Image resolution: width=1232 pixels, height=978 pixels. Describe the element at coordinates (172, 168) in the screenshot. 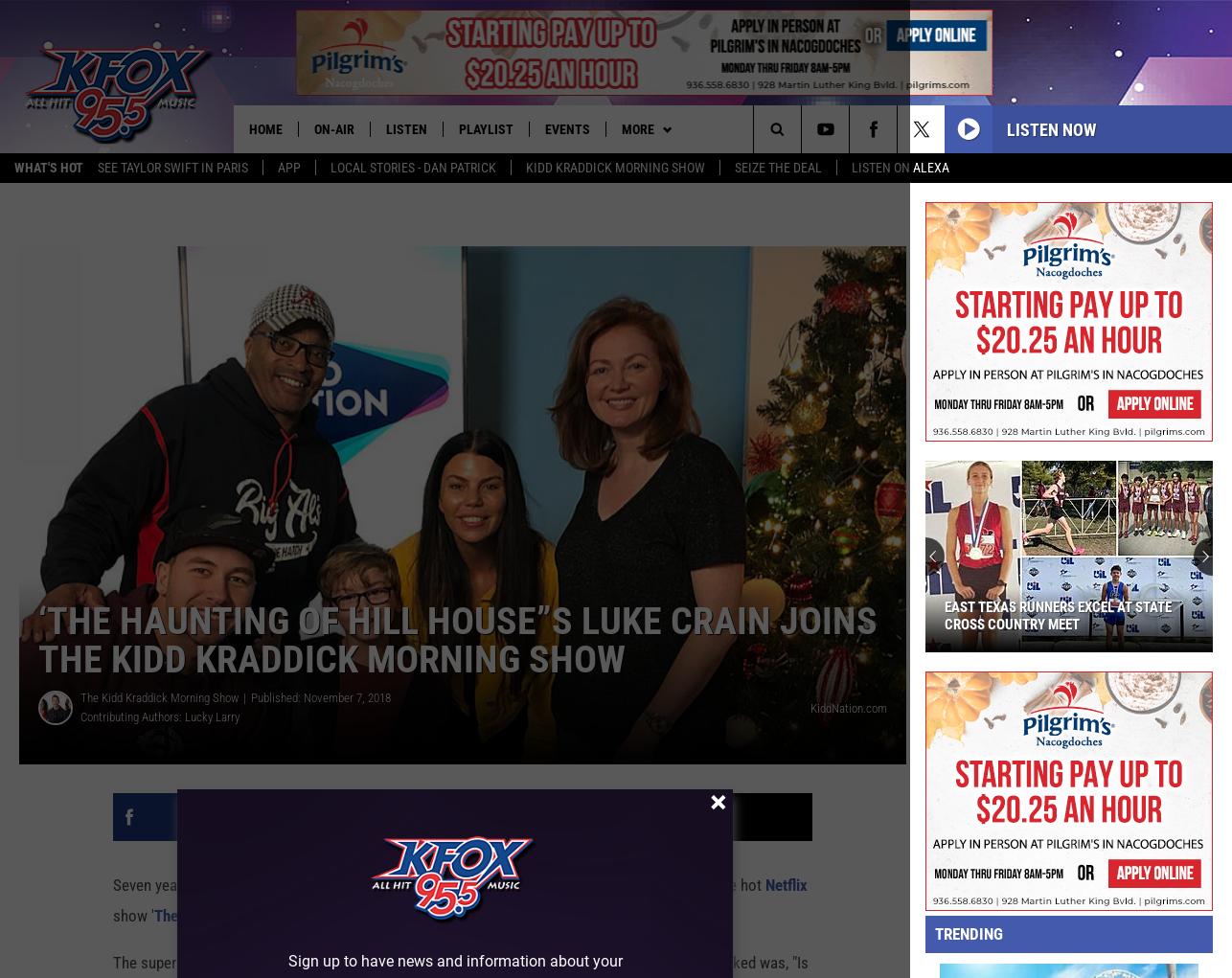

I see `'See Taylor Swift in Paris'` at that location.